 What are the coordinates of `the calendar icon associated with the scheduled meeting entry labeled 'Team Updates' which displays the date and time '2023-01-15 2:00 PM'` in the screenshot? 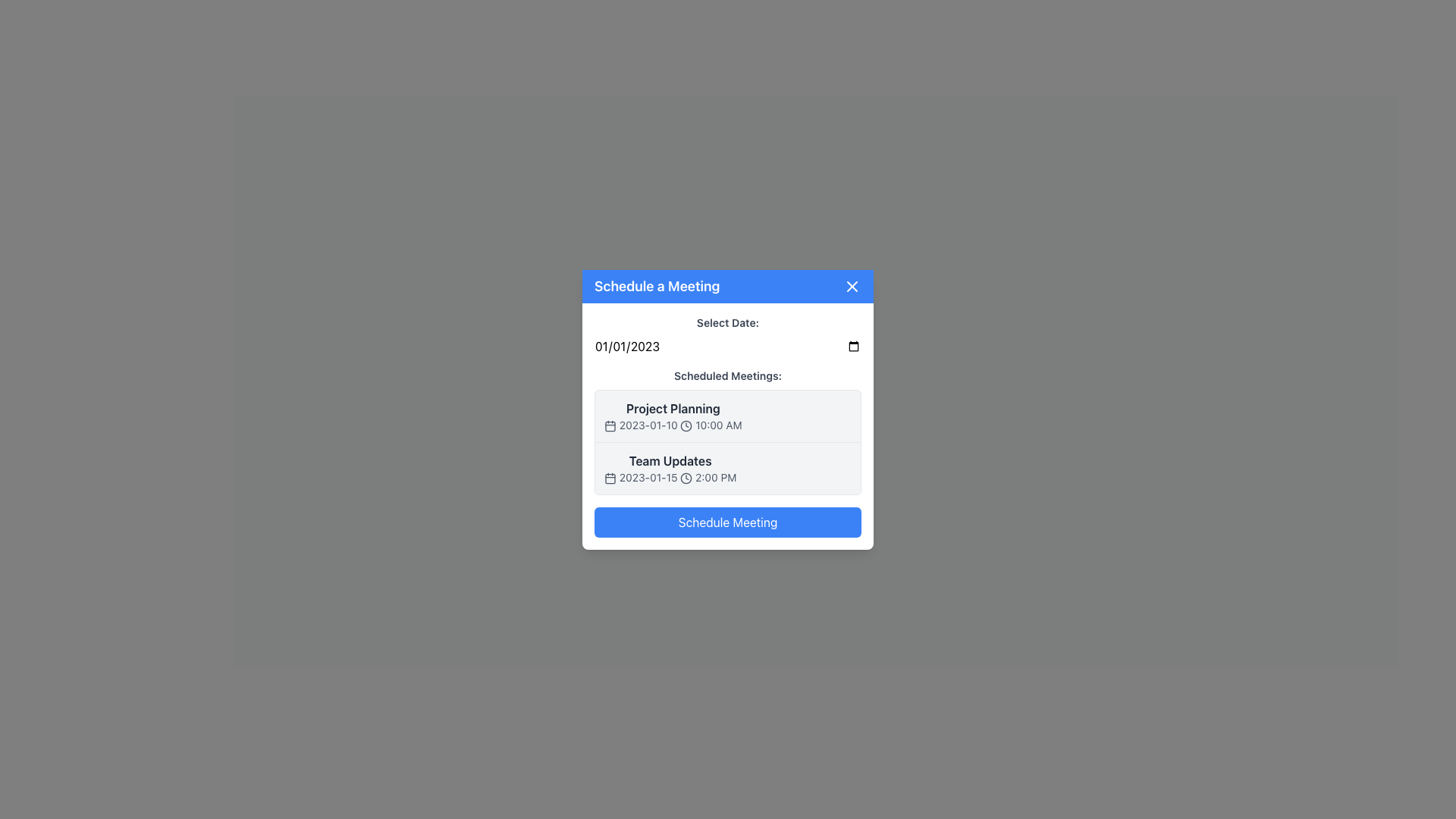 It's located at (670, 476).